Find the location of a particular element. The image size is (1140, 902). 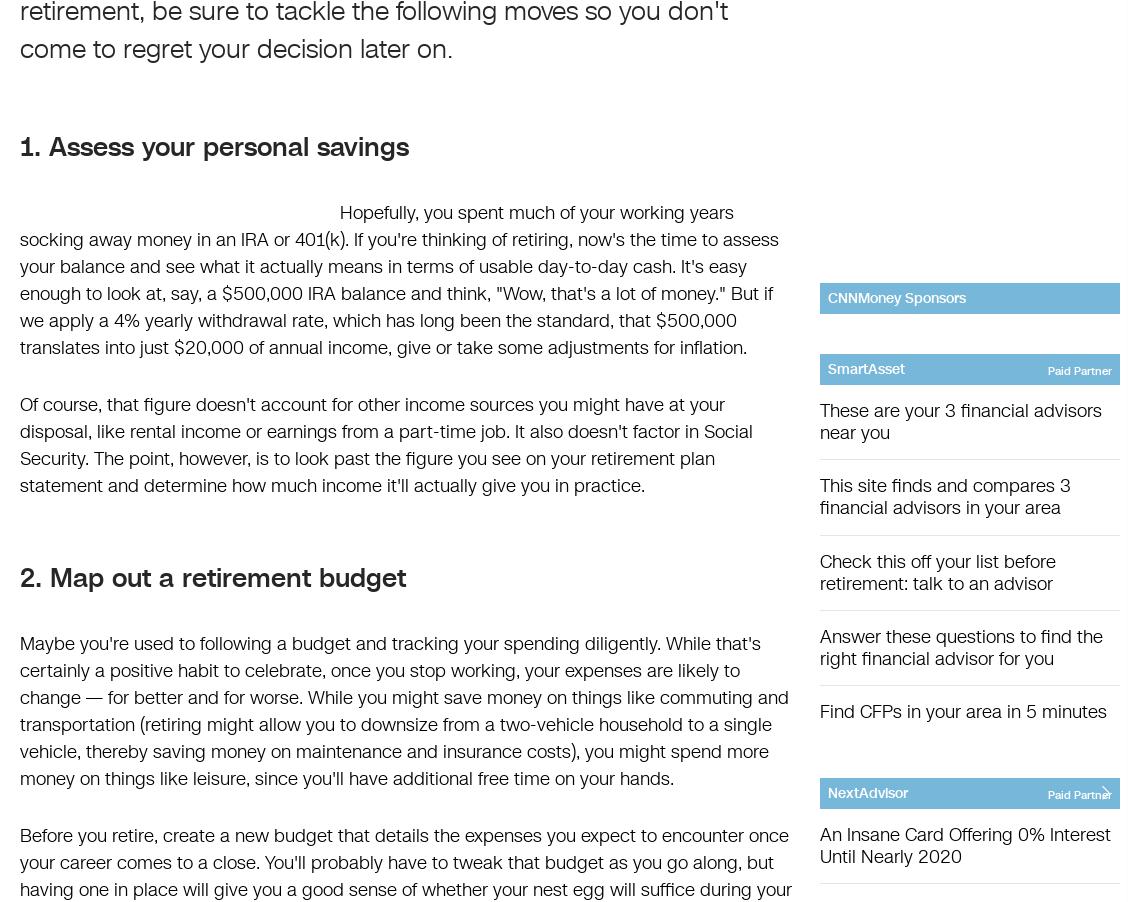

'1. Assess your personal savings' is located at coordinates (214, 147).